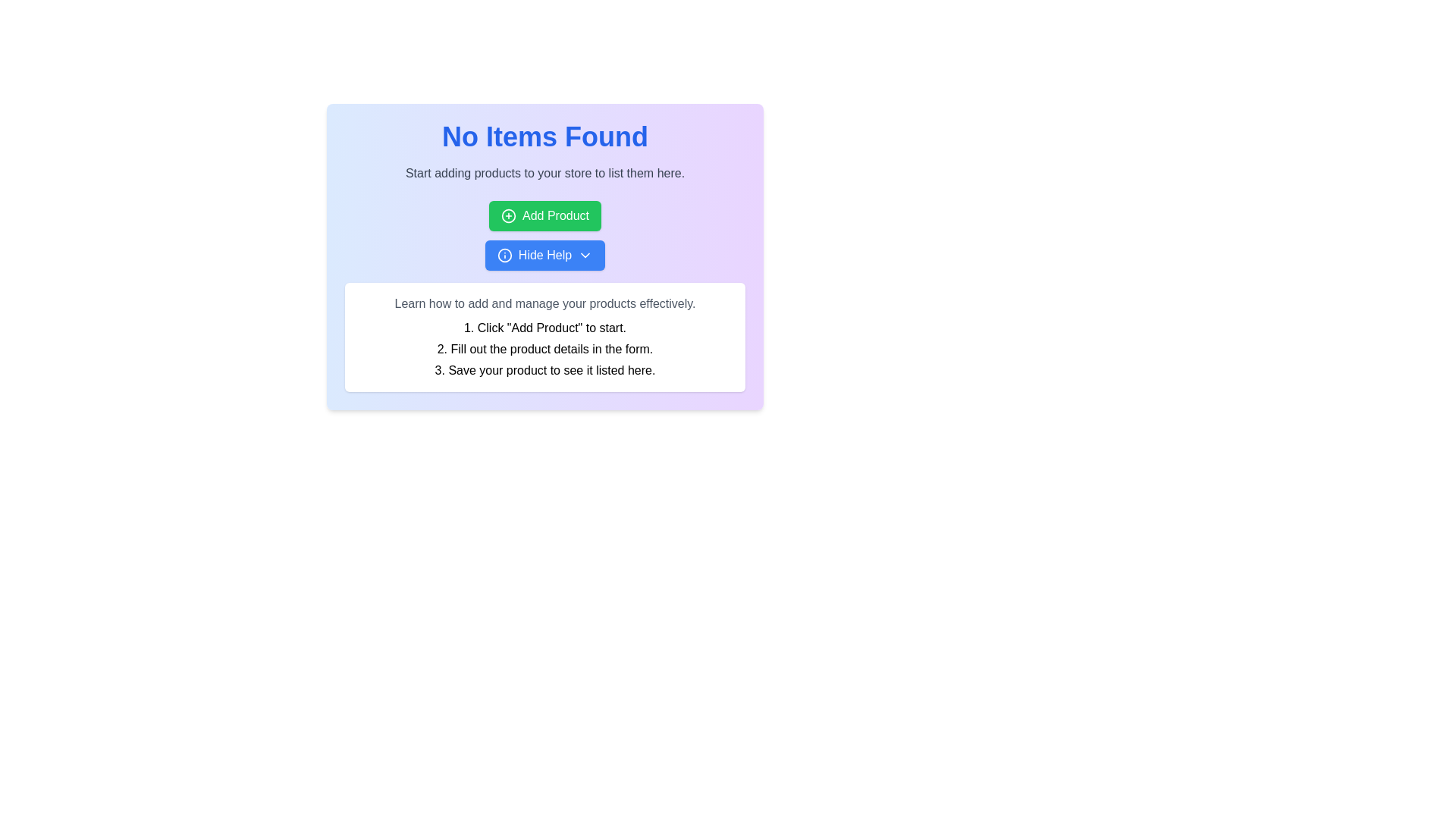 The height and width of the screenshot is (819, 1456). What do you see at coordinates (545, 327) in the screenshot?
I see `static text that says 'Click "Add Product" to start.' which is the first item in a numbered list within a white card section under the heading 'Learn how to add and manage your products effectively'` at bounding box center [545, 327].